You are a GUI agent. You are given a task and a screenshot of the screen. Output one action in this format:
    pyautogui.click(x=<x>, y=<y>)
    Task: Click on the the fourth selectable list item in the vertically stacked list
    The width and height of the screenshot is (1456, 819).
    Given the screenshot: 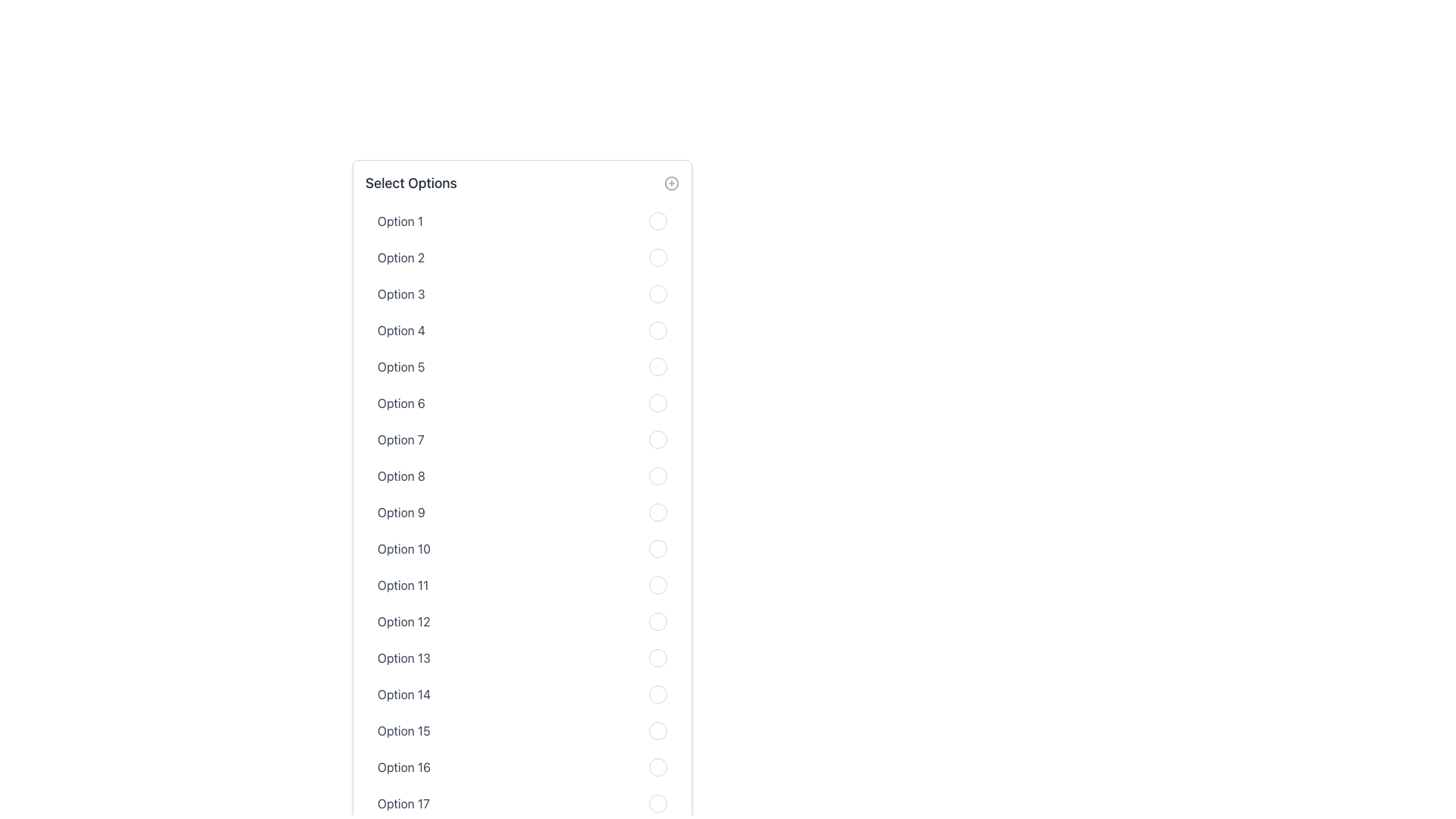 What is the action you would take?
    pyautogui.click(x=522, y=329)
    